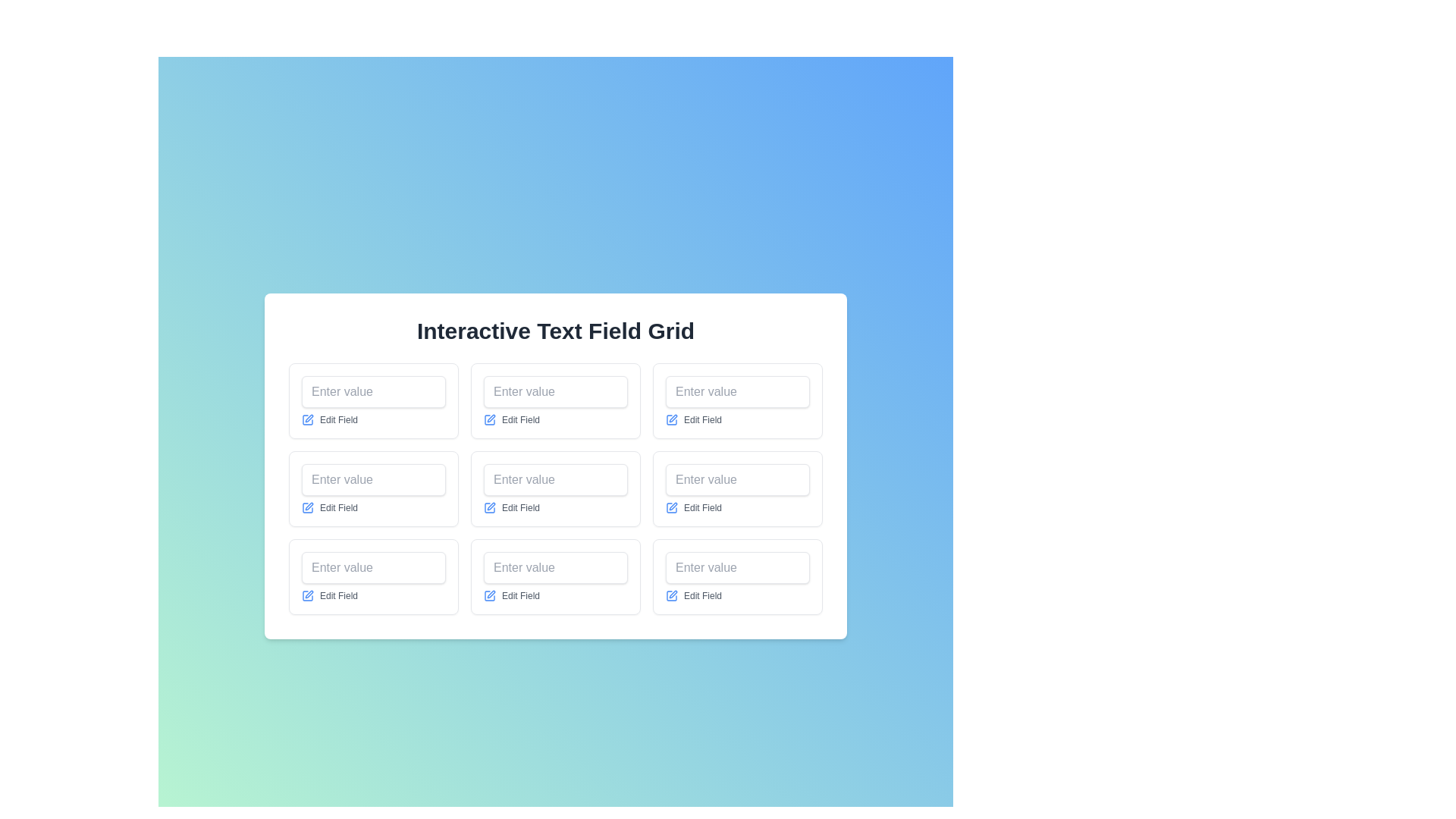 The width and height of the screenshot is (1456, 819). Describe the element at coordinates (307, 420) in the screenshot. I see `the icon located below the 'Enter value' input field, which signifies the functionality of the 'Edit Field' label` at that location.